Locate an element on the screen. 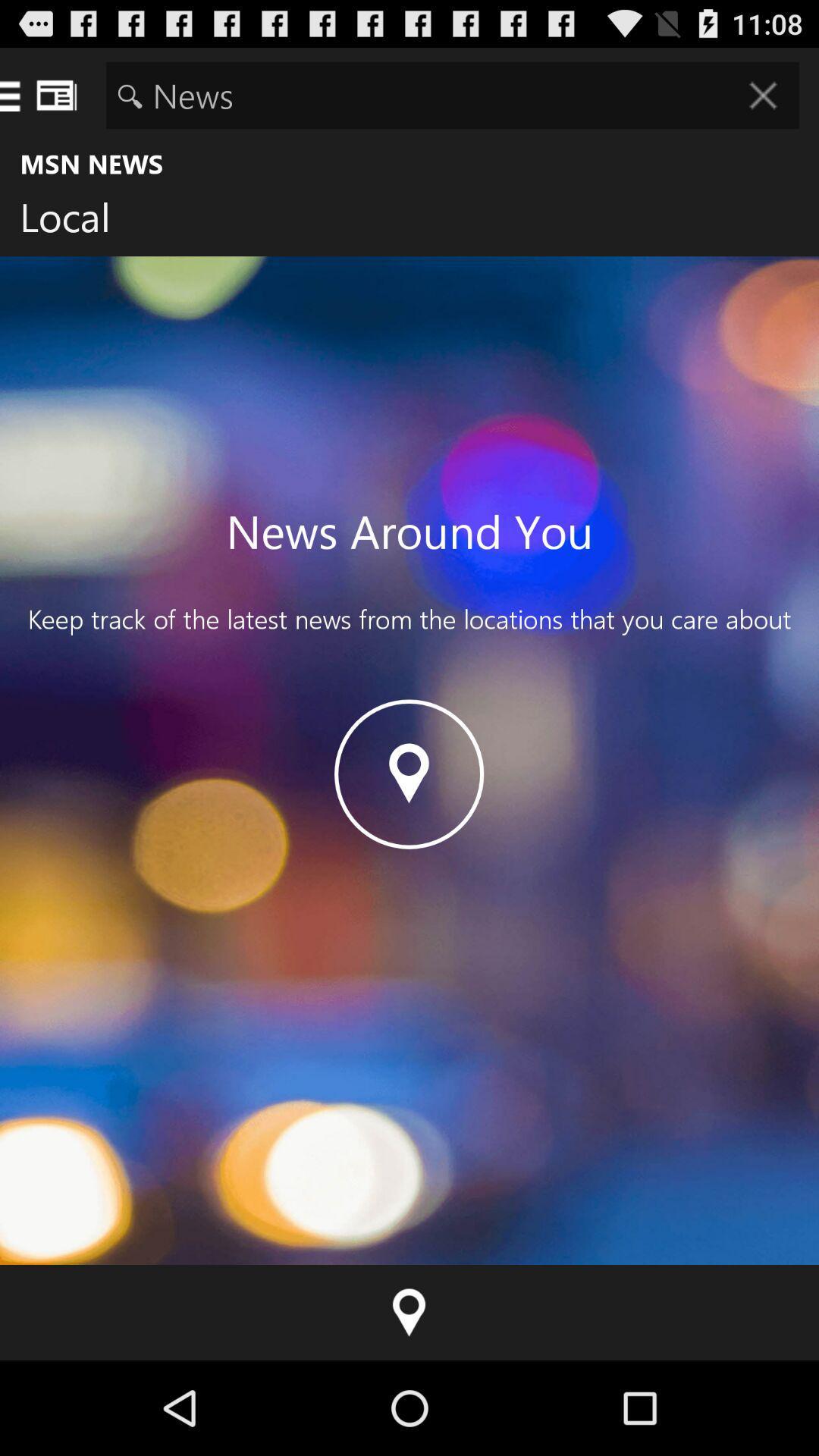 The height and width of the screenshot is (1456, 819). search text is located at coordinates (452, 94).